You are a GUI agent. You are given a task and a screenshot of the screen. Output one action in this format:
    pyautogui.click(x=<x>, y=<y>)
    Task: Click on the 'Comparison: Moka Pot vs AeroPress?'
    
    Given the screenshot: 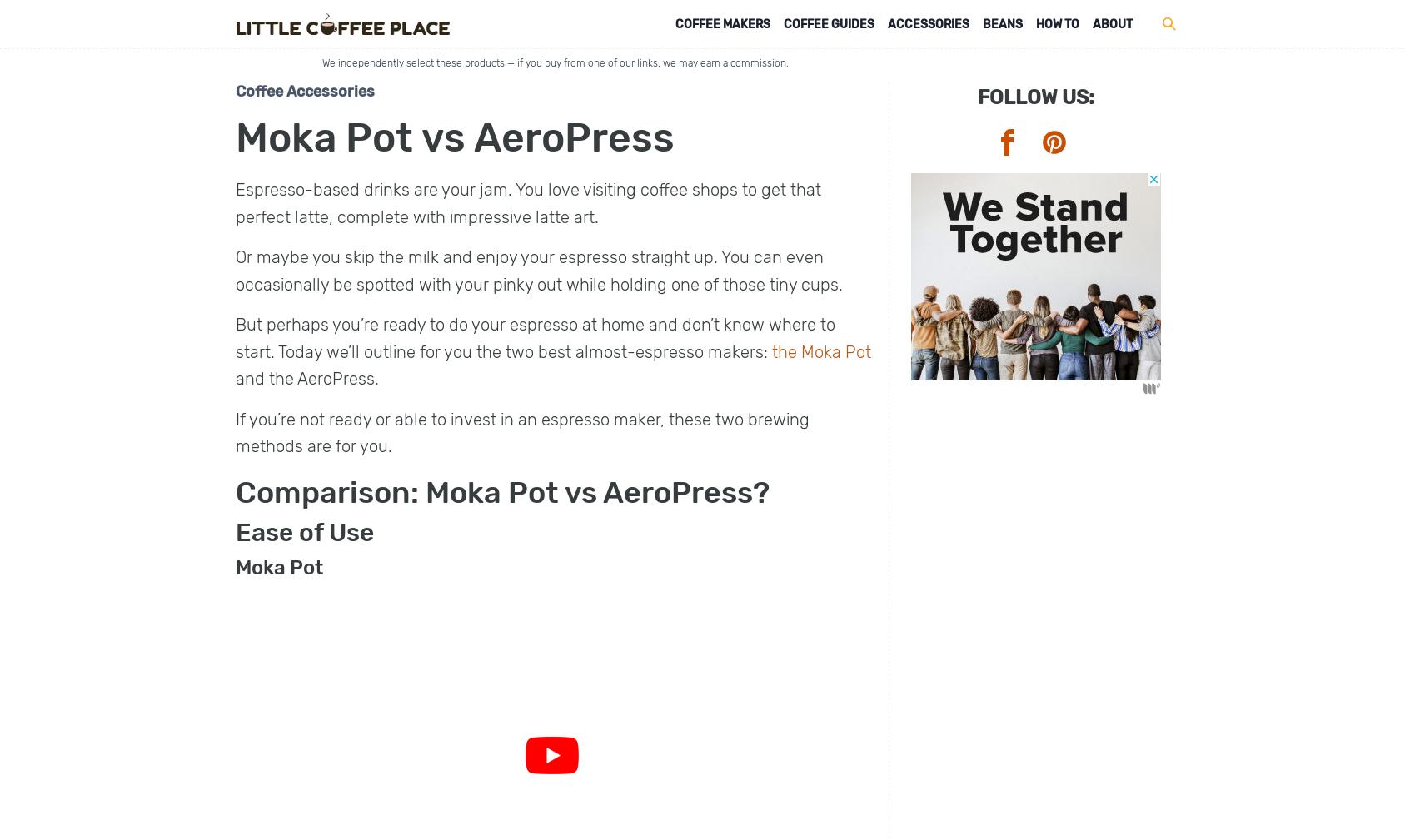 What is the action you would take?
    pyautogui.click(x=501, y=491)
    